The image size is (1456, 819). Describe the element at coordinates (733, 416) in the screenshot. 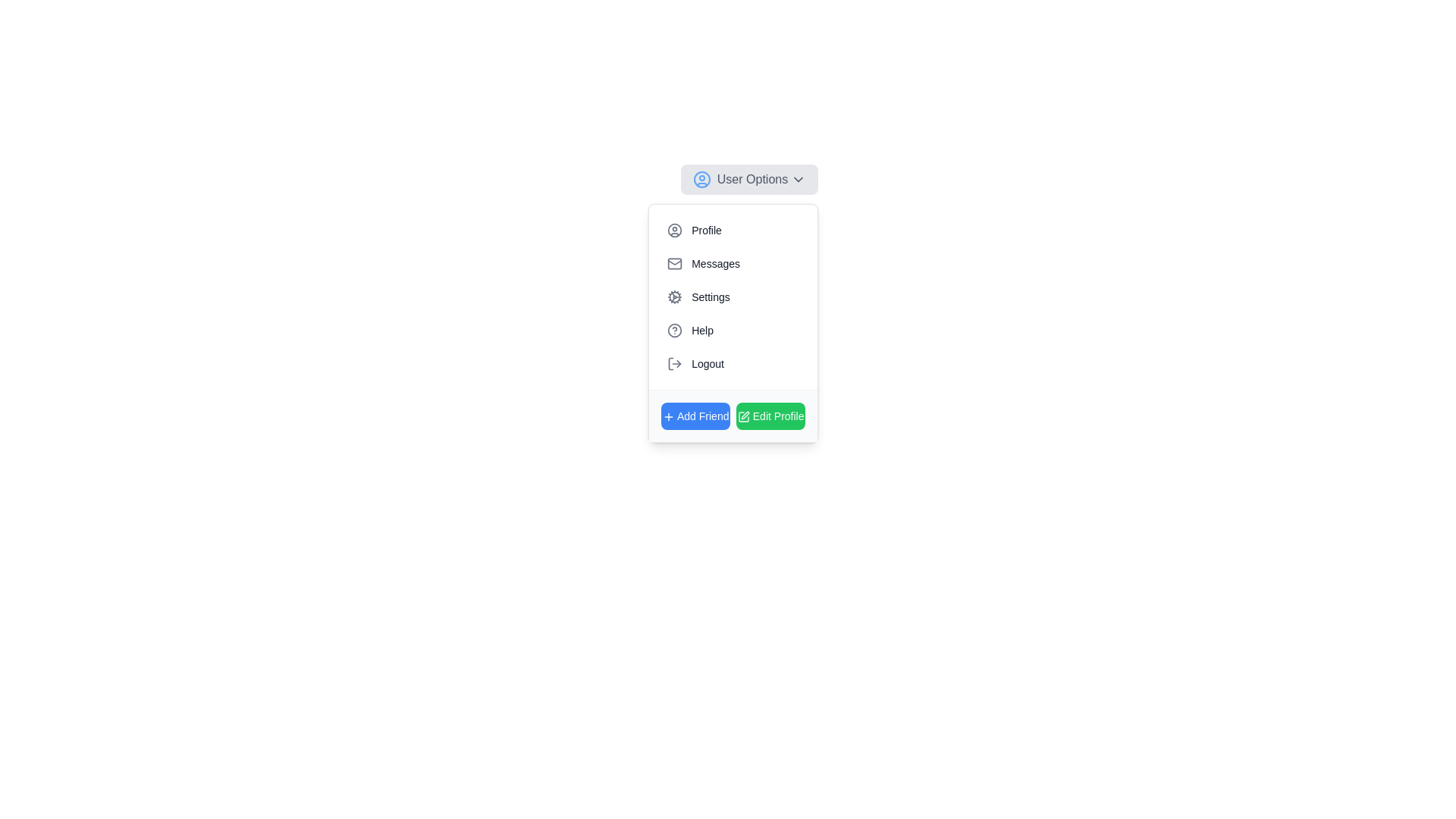

I see `the 'Add Friend' button, which is the left button in a group of two interactive buttons located at the bottom of the 'User Options' dropdown menu` at that location.